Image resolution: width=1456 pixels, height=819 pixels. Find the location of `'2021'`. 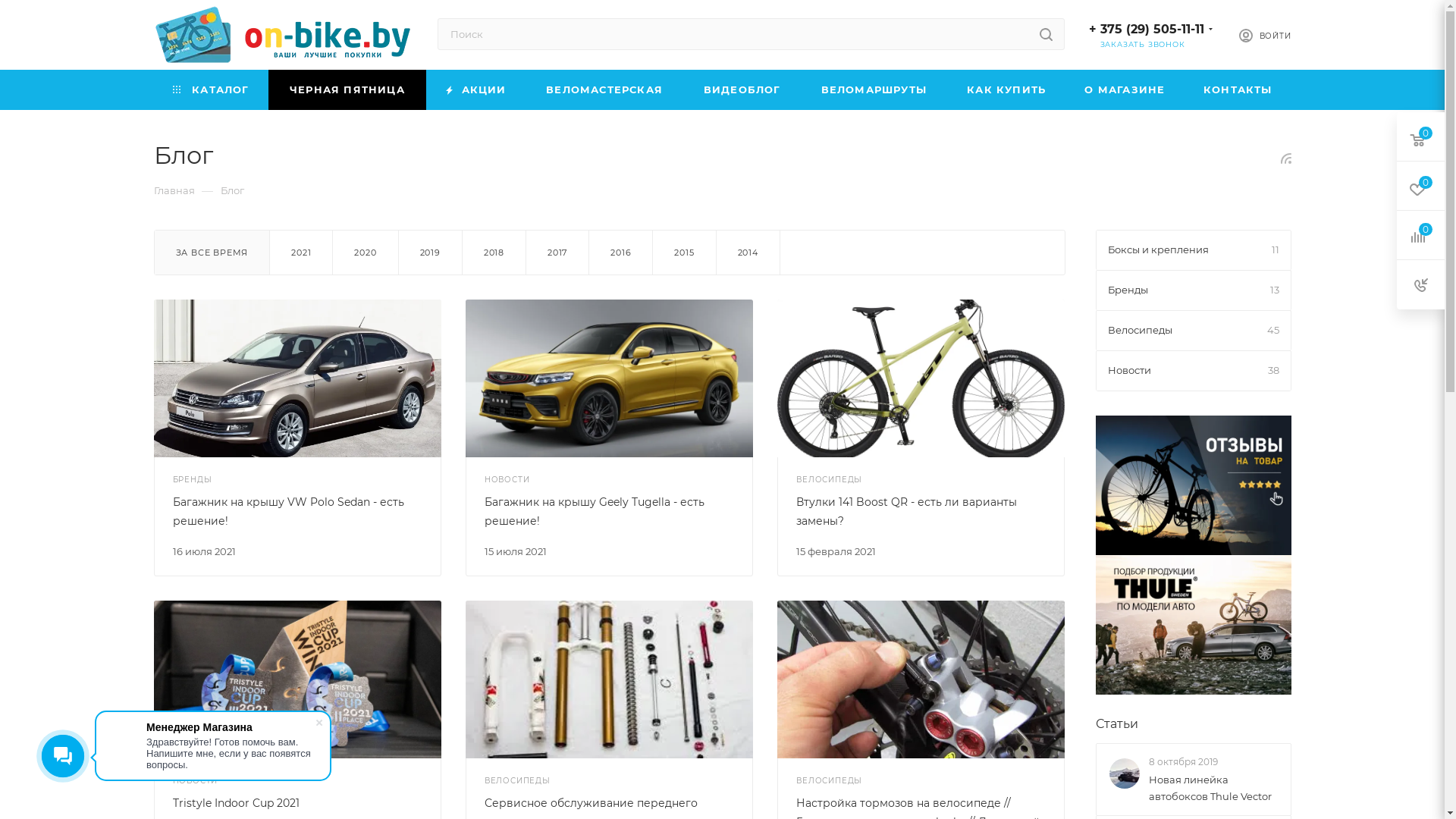

'2021' is located at coordinates (301, 251).